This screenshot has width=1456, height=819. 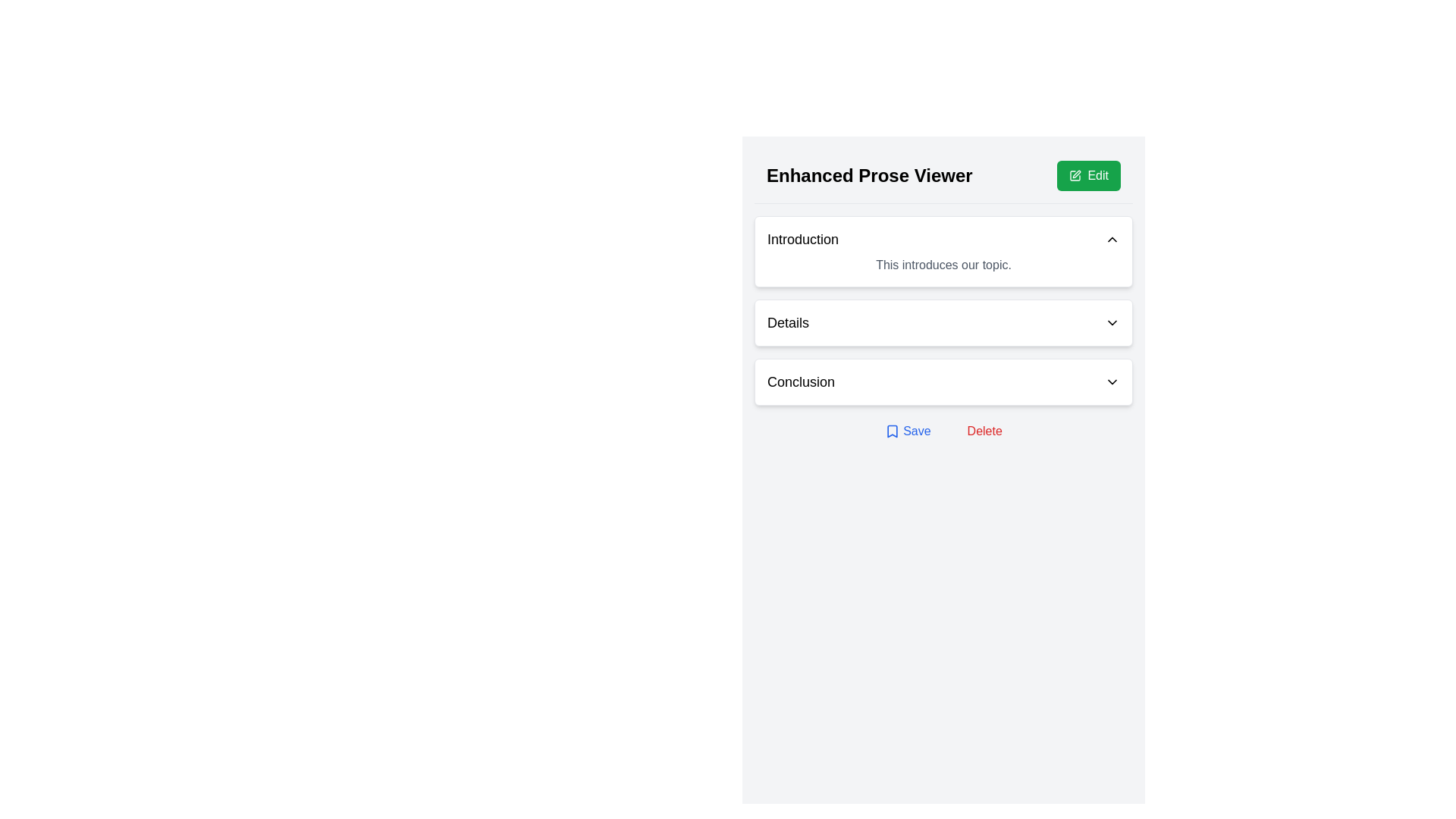 What do you see at coordinates (1112, 322) in the screenshot?
I see `the Dropdown toggle icon, which is a downward-pointing chevron arrow styled with a thin black stroke, located at the right end of the 'Details' text label` at bounding box center [1112, 322].